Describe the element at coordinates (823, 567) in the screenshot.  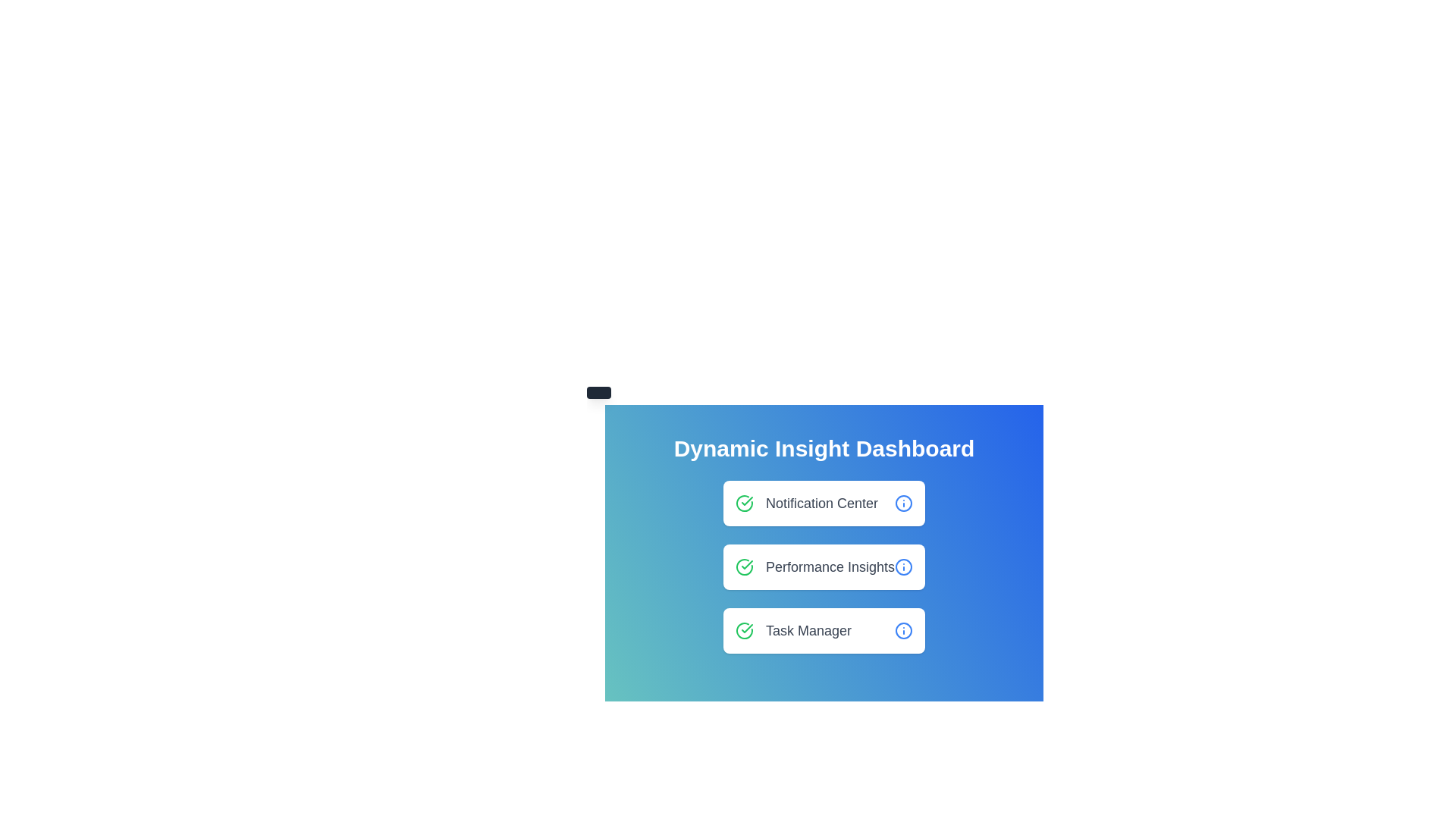
I see `the 'Performance Insights' text in the Card module` at that location.